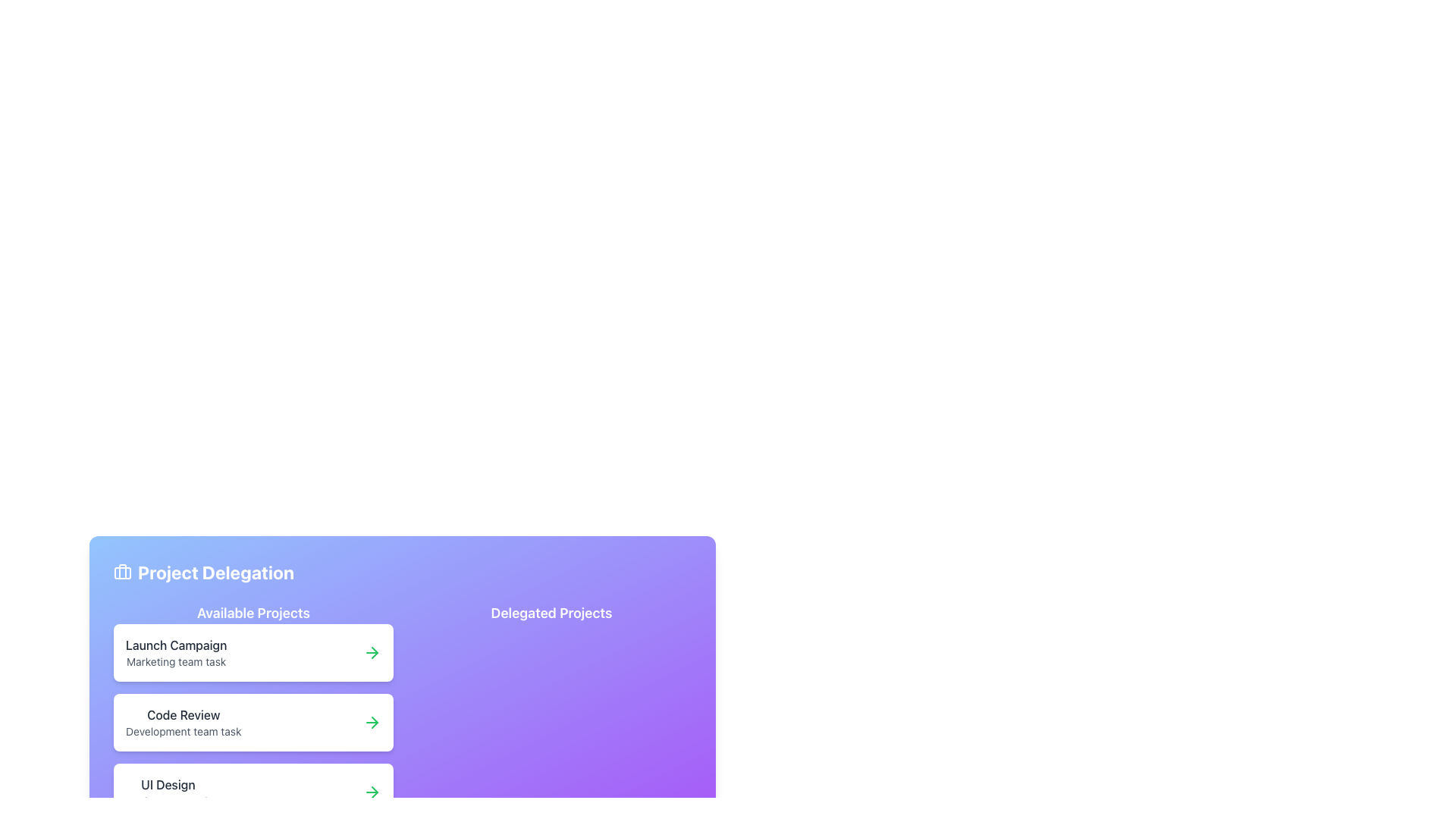 This screenshot has width=1456, height=819. I want to click on the 'Code Review' text label located within the 'Project Delegation' section, which is the second item from the top in a list under the 'Available Projects' title, positioned to the left of a right-facing arrow icon, so click(183, 721).